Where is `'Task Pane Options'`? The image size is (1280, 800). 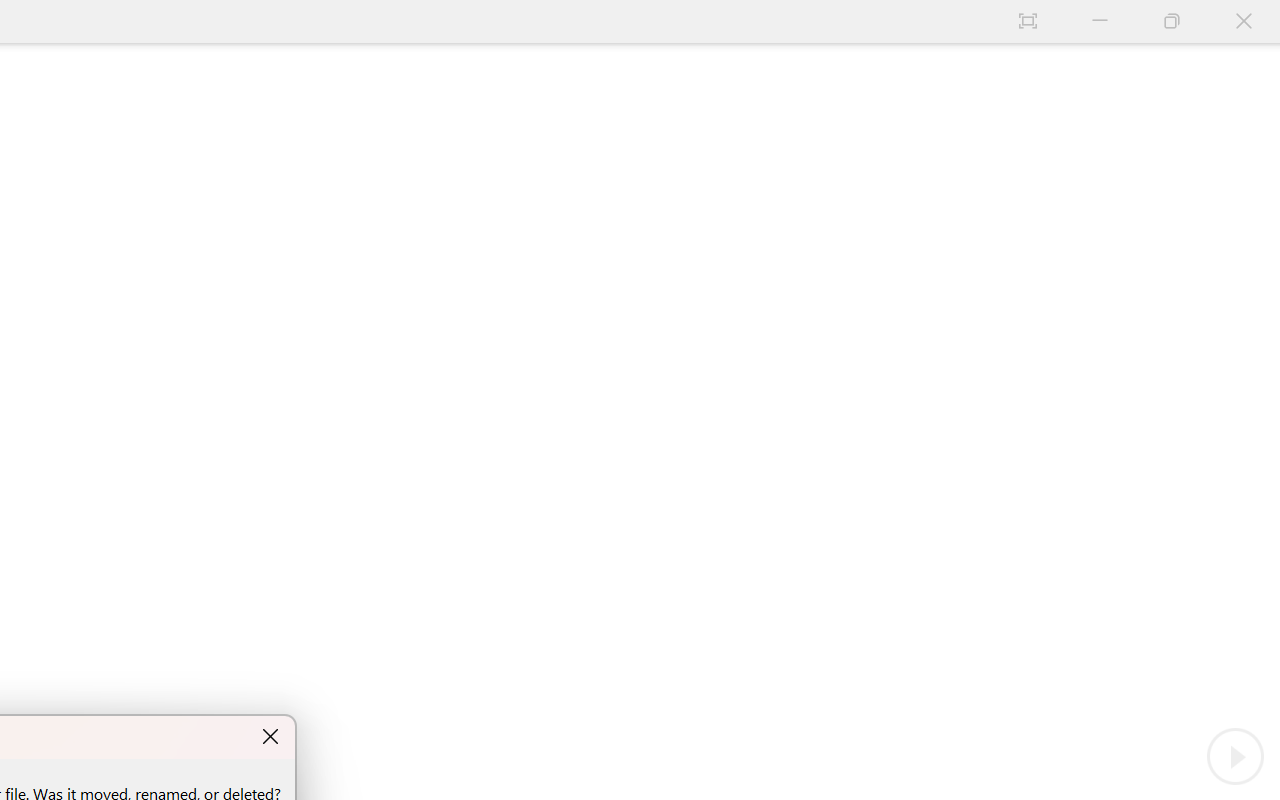
'Task Pane Options' is located at coordinates (1184, 210).